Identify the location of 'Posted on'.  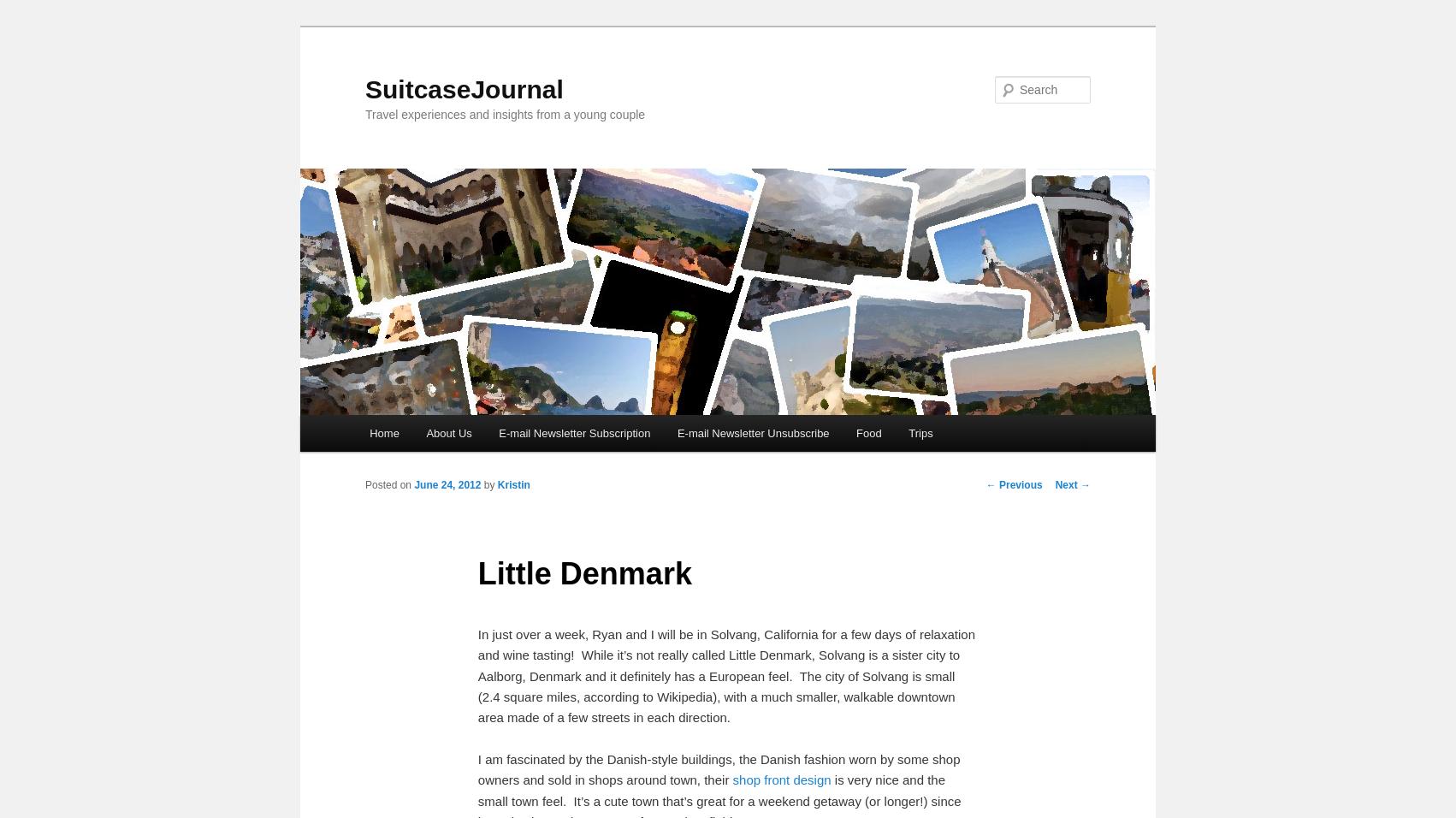
(388, 484).